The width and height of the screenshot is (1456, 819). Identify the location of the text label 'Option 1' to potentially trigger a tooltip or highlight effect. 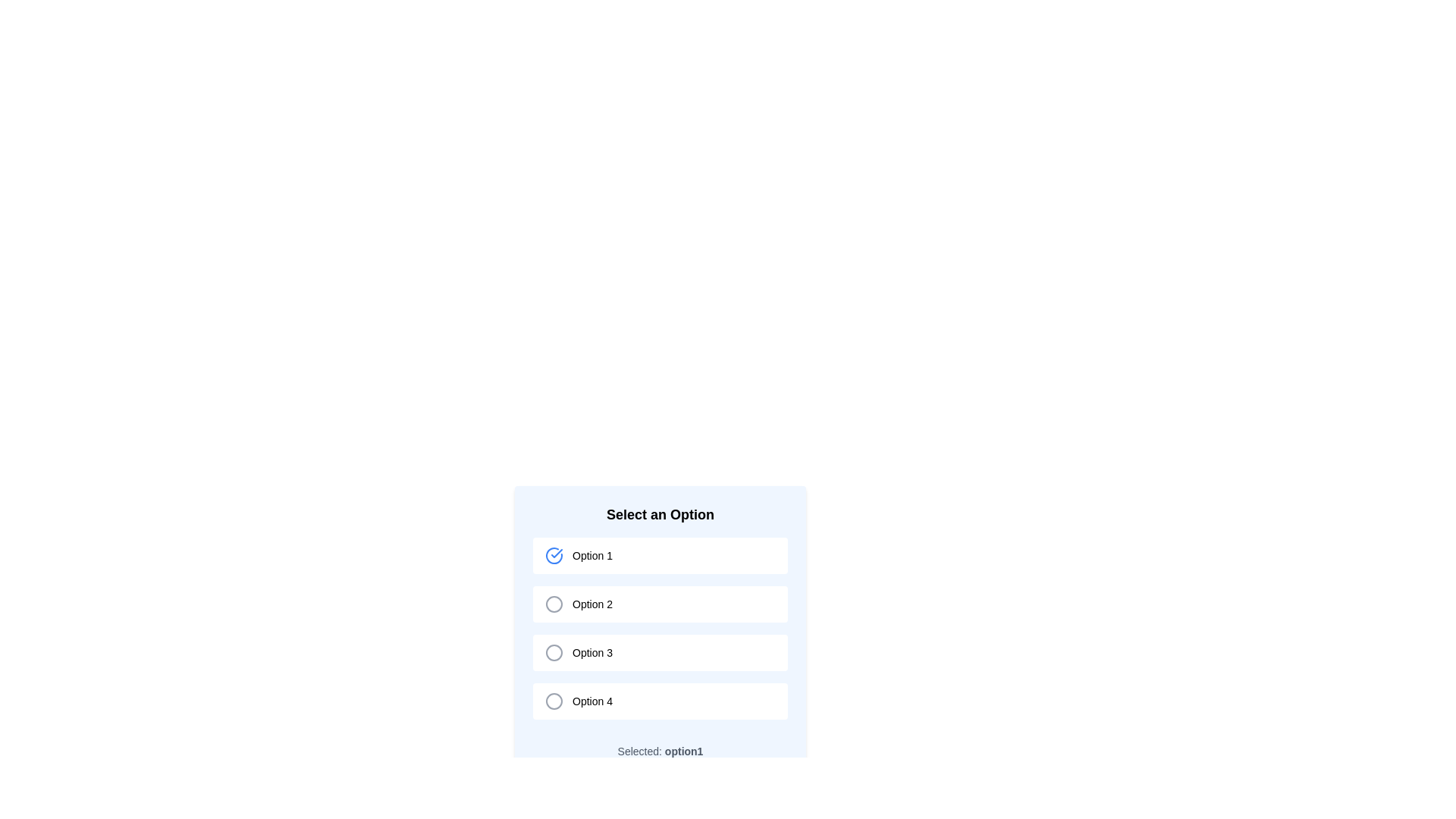
(591, 555).